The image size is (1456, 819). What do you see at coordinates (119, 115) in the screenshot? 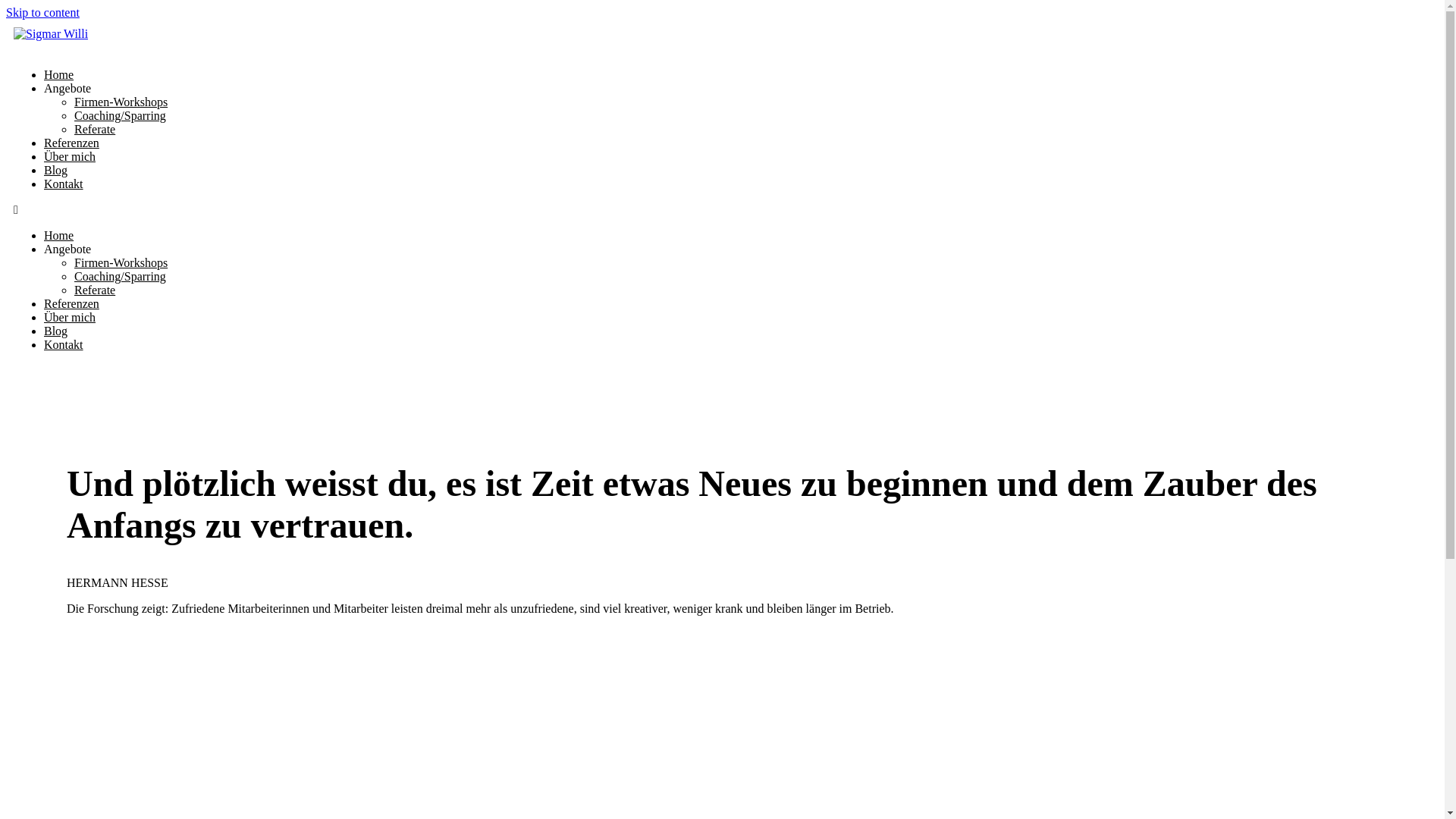
I see `'Coaching/Sparring'` at bounding box center [119, 115].